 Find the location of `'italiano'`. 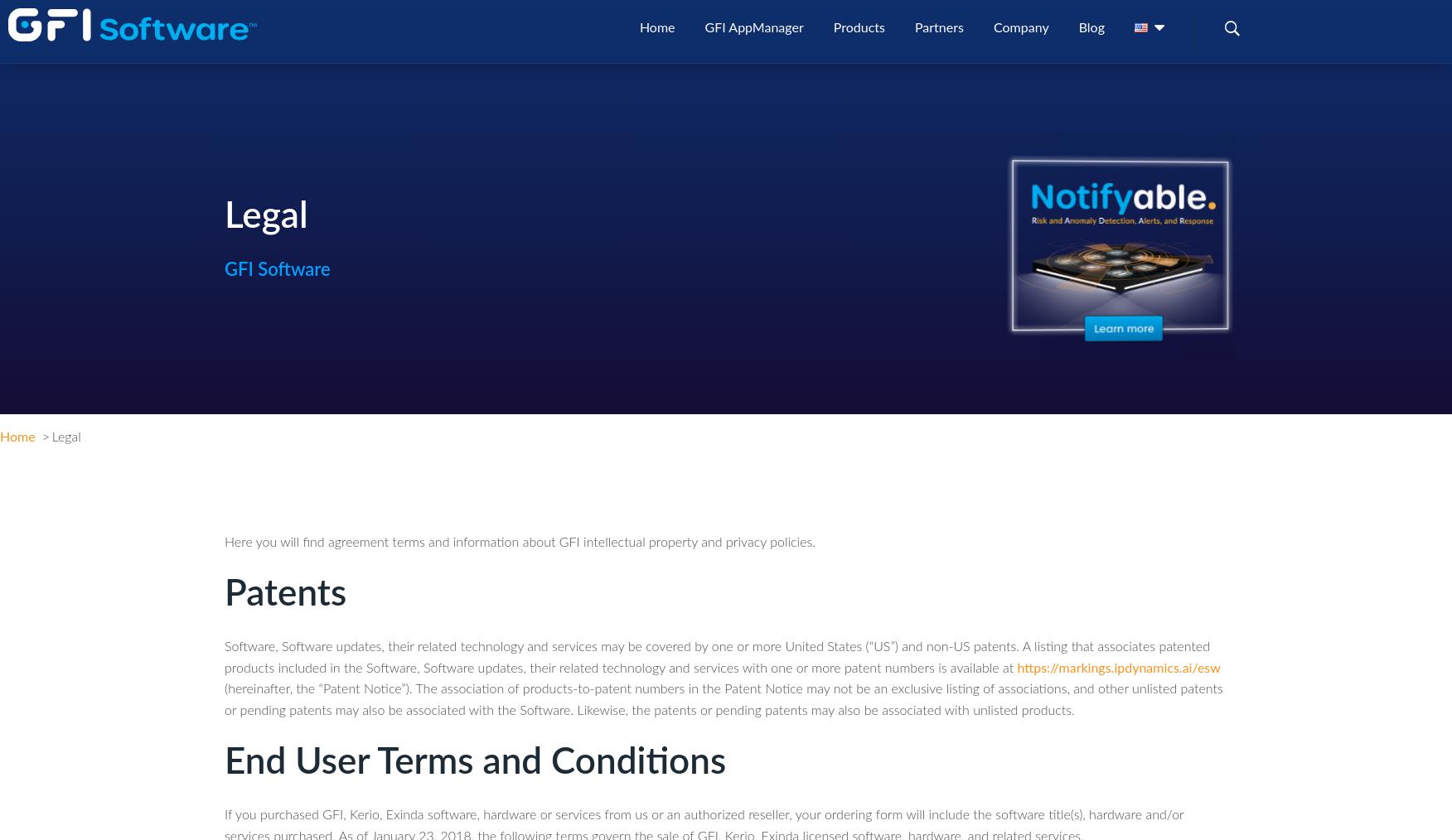

'italiano' is located at coordinates (982, 290).